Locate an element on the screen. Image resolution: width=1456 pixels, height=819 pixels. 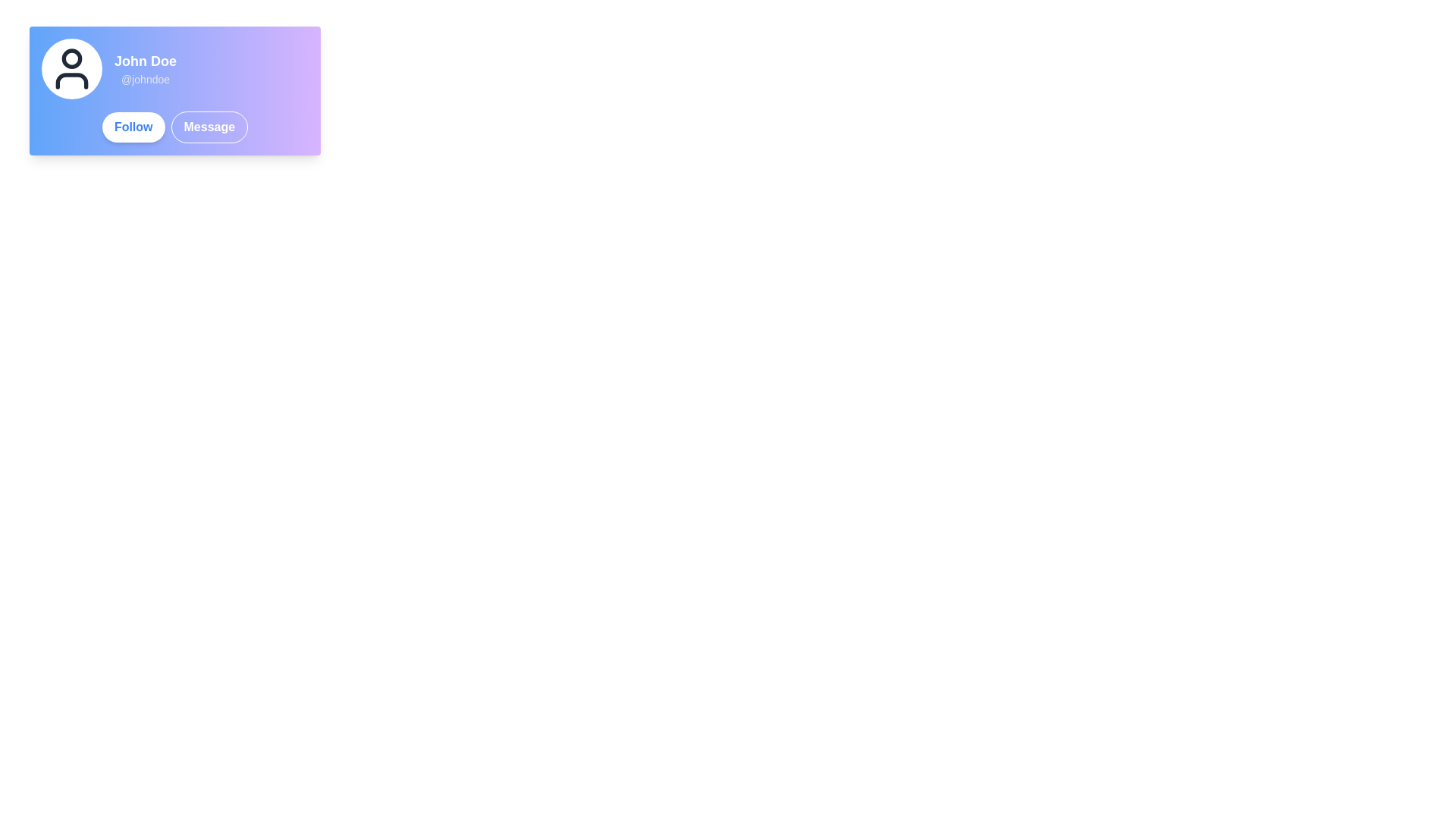
the profile icon located at the top-left side of the user information card, which serves as the user's avatar or placeholder for a profile image is located at coordinates (71, 69).